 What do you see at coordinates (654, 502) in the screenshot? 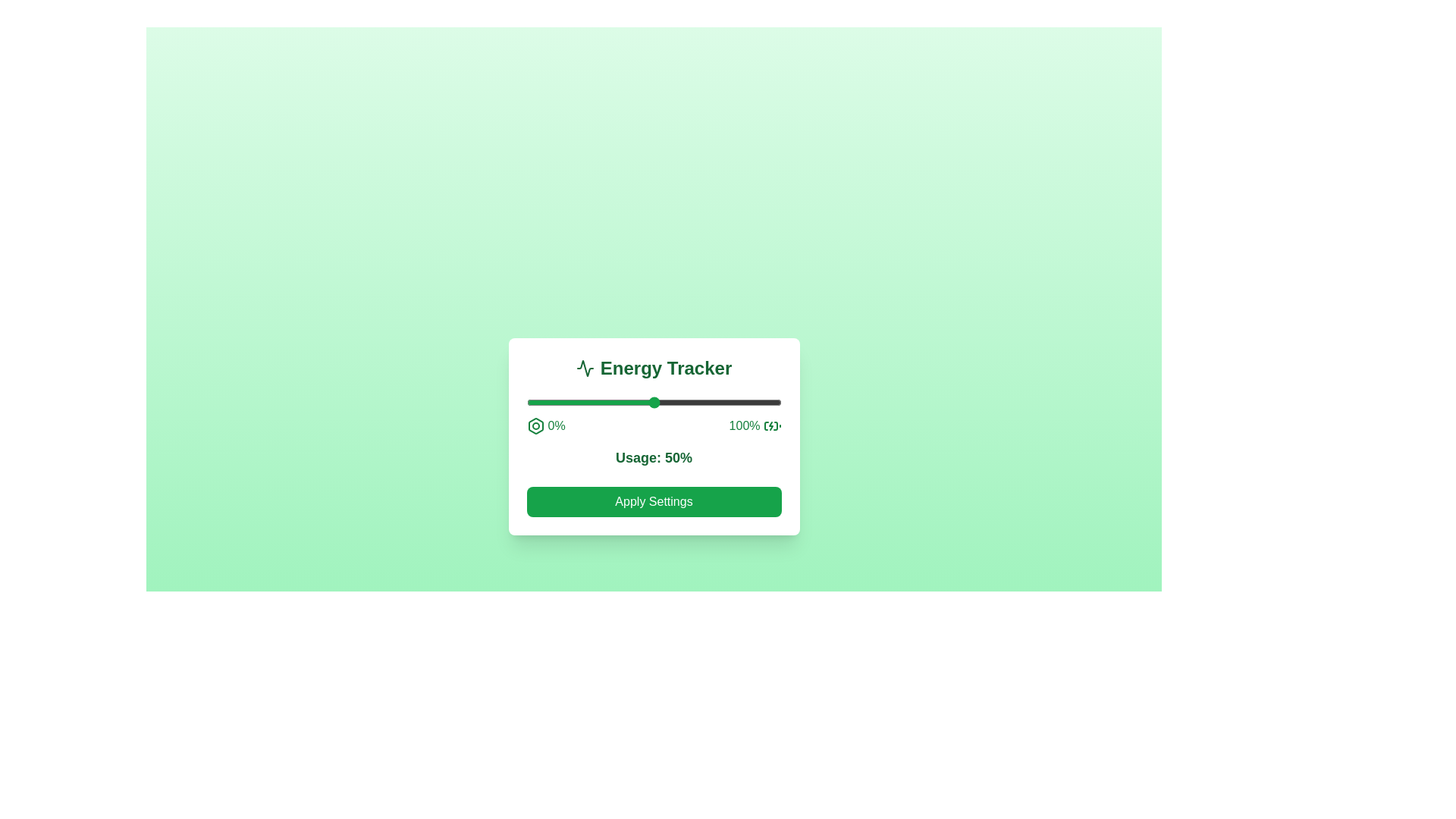
I see `the 'Apply Settings' button to confirm the current energy usage` at bounding box center [654, 502].